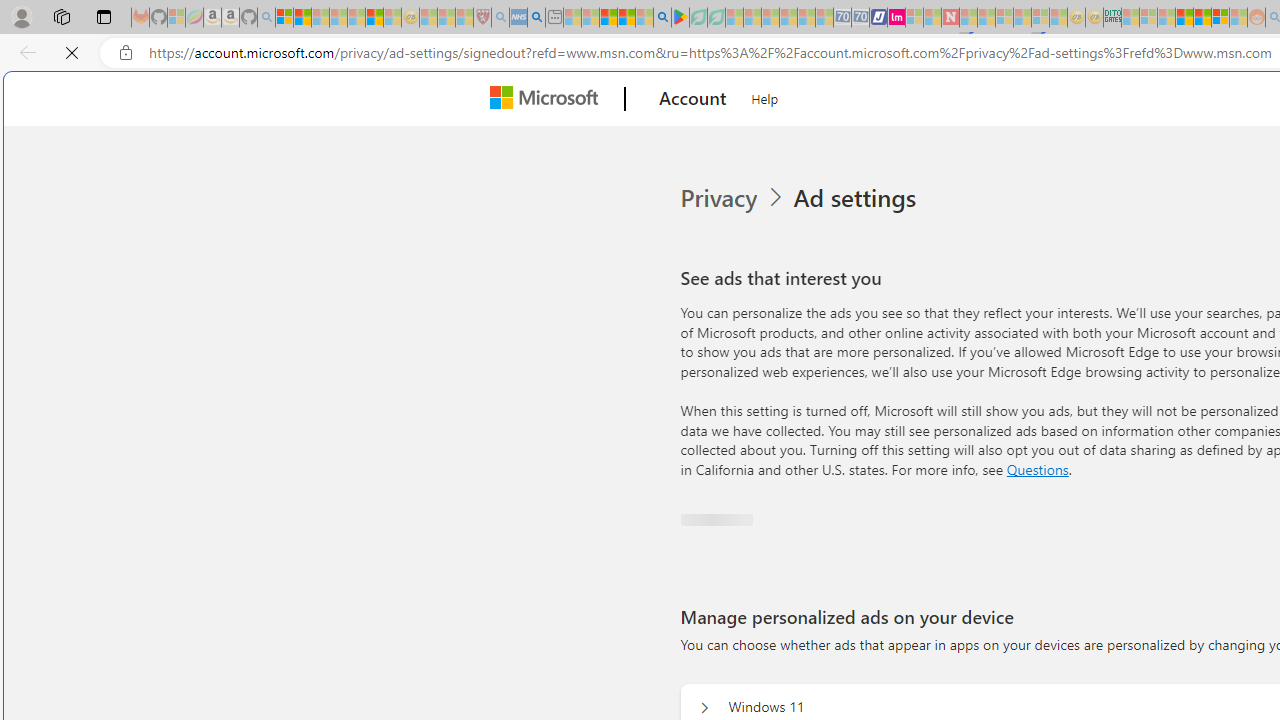  I want to click on 'Cheap Hotels - Save70.com - Sleeping', so click(860, 17).